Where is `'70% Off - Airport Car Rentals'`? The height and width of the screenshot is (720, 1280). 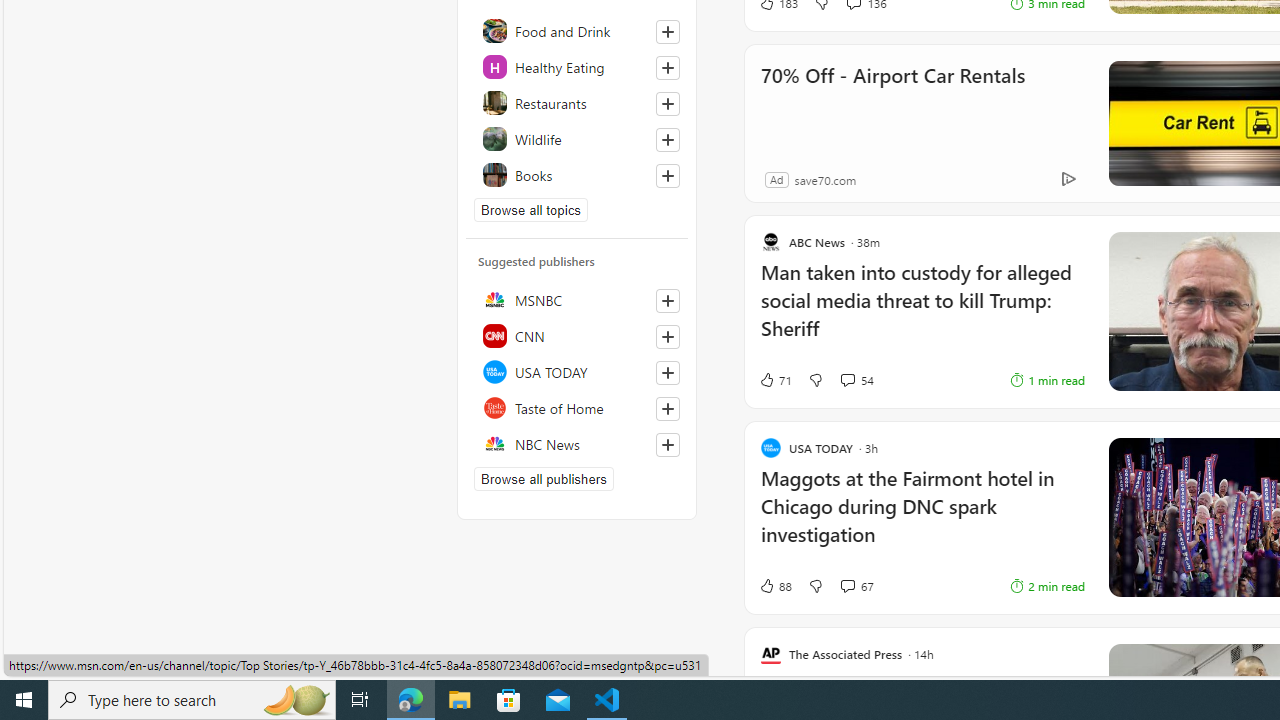
'70% Off - Airport Car Rentals' is located at coordinates (891, 102).